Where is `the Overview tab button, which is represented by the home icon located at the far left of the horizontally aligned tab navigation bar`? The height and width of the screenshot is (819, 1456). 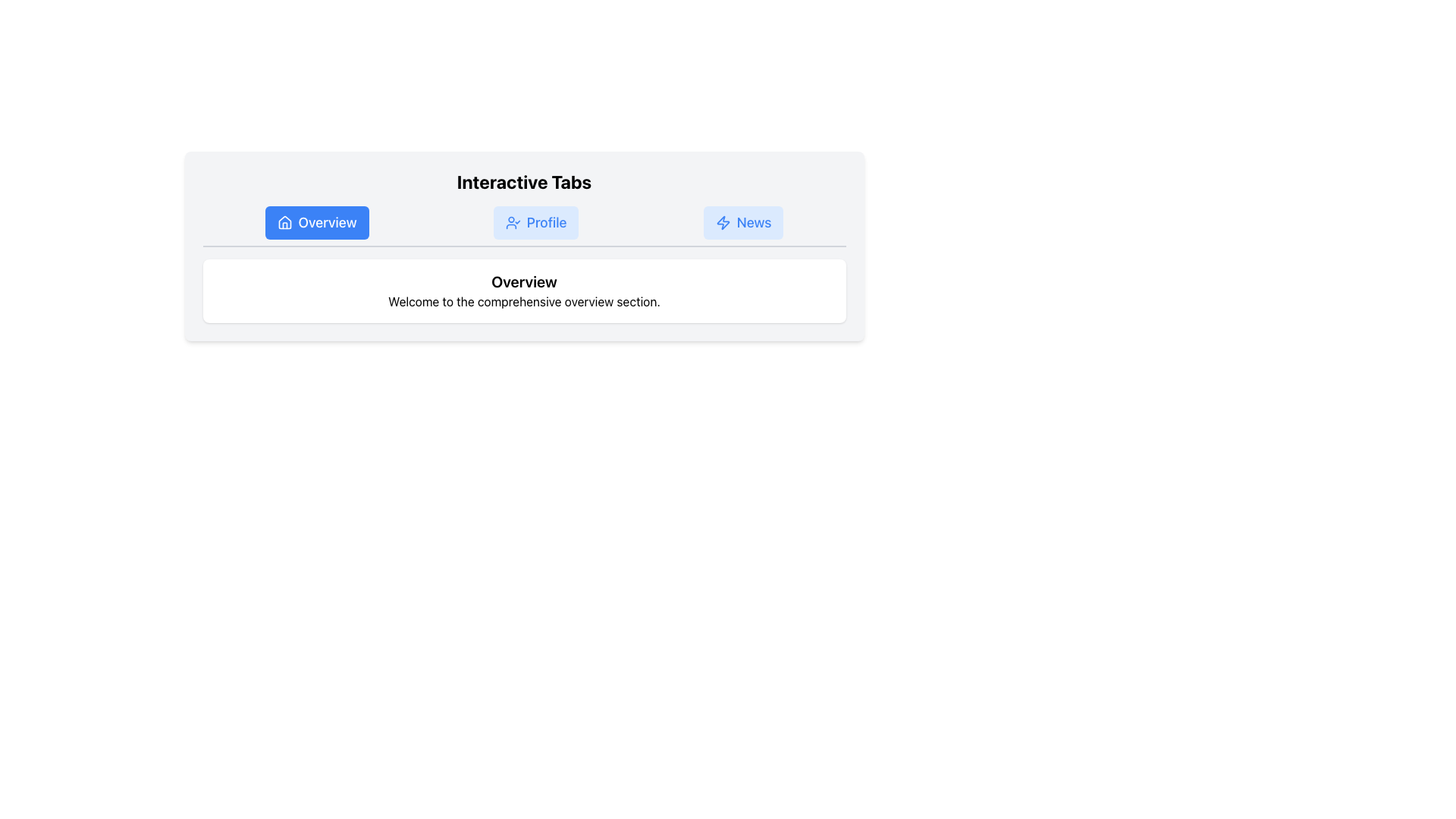 the Overview tab button, which is represented by the home icon located at the far left of the horizontally aligned tab navigation bar is located at coordinates (284, 222).